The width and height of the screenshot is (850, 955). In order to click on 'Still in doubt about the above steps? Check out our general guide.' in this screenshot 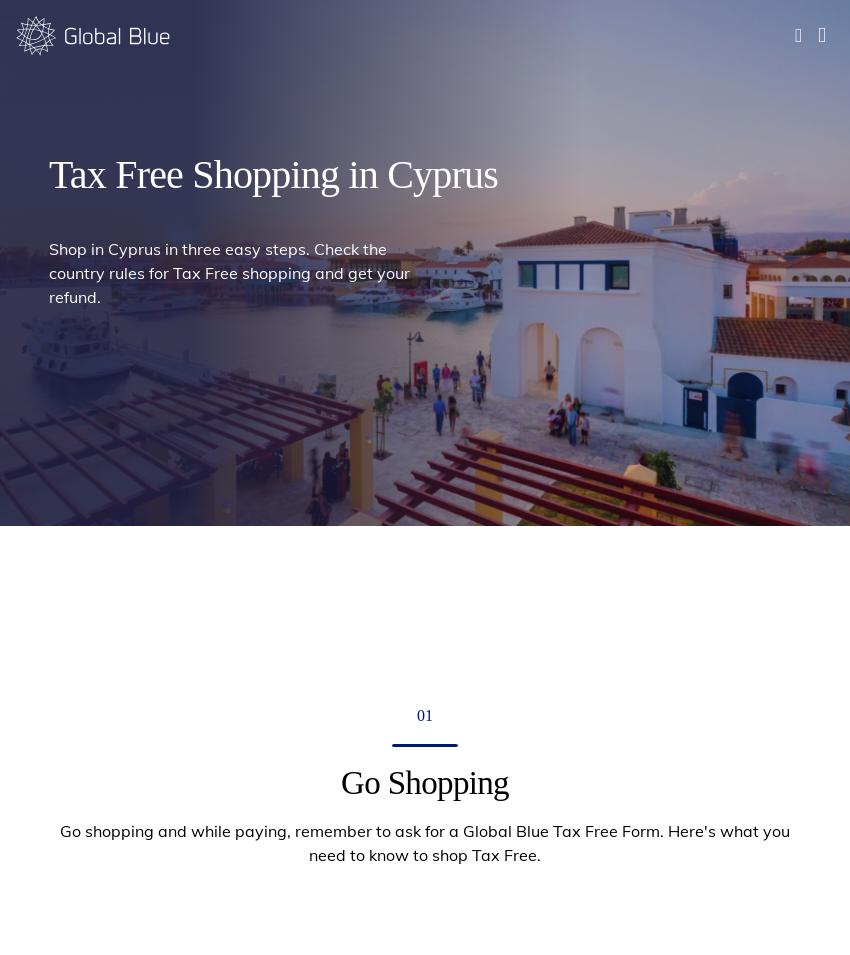, I will do `click(425, 11)`.